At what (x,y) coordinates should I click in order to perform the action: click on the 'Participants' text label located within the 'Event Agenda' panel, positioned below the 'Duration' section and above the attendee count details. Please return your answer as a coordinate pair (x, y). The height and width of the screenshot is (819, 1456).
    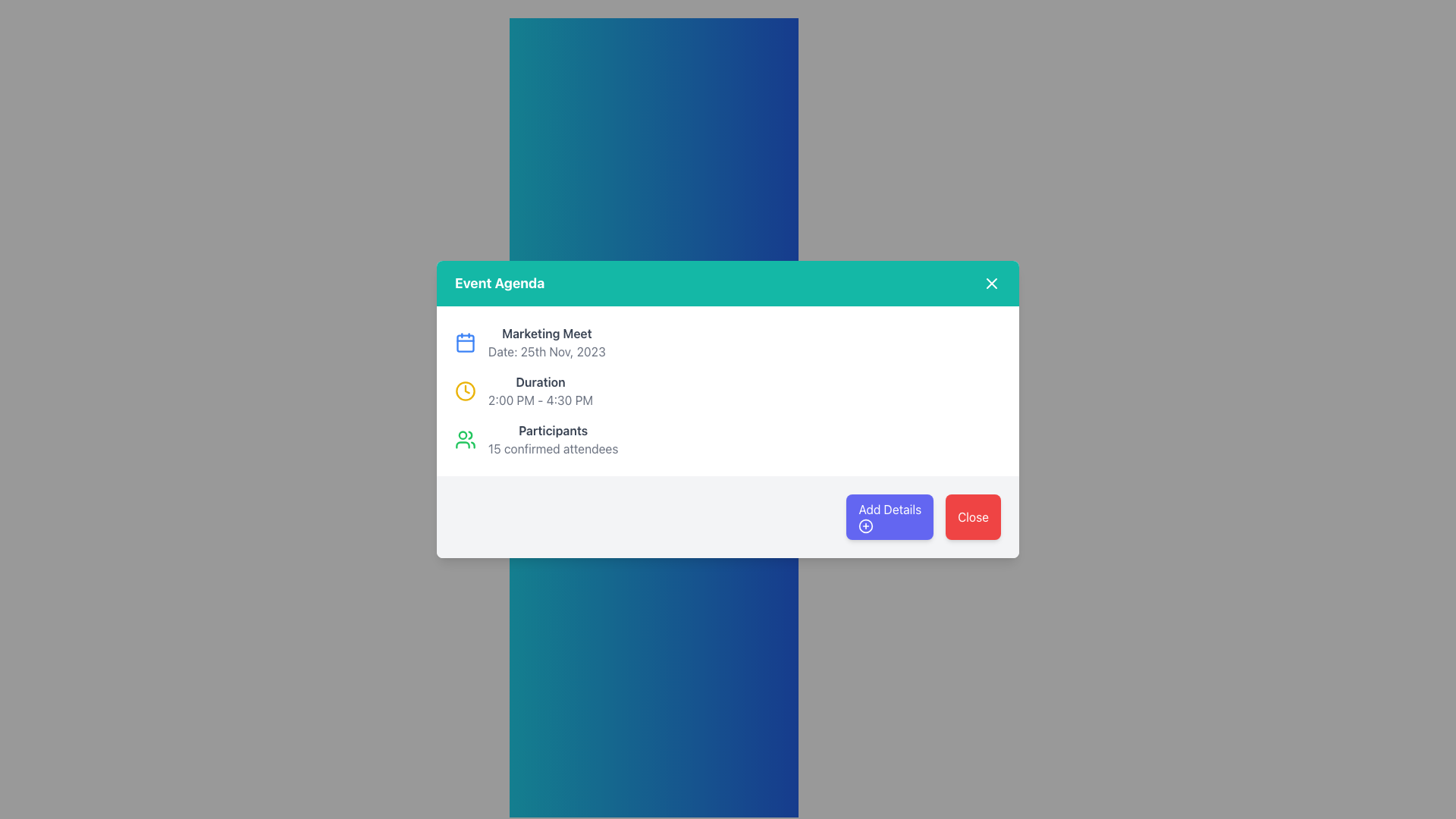
    Looking at the image, I should click on (552, 430).